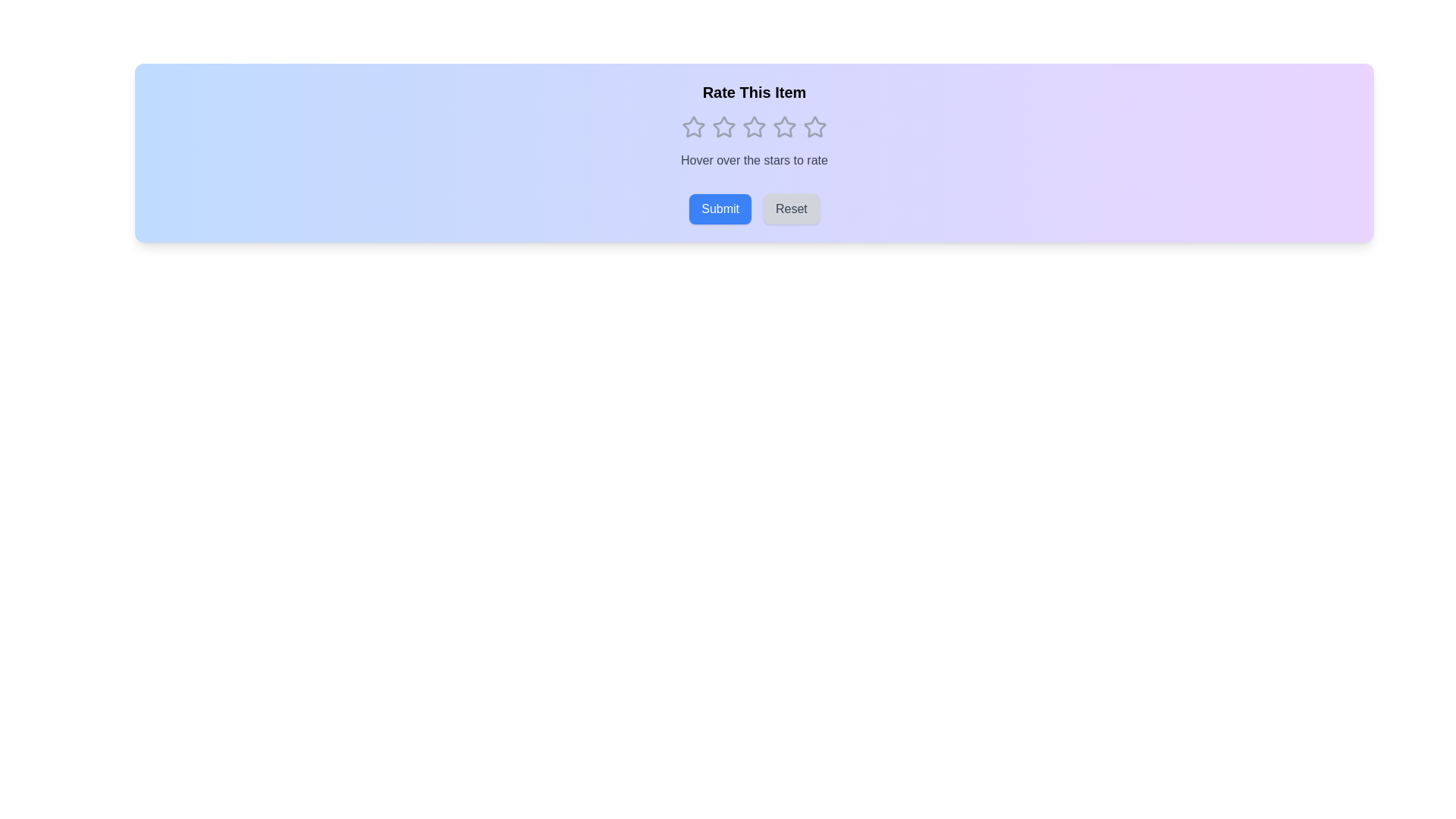 Image resolution: width=1456 pixels, height=819 pixels. What do you see at coordinates (723, 127) in the screenshot?
I see `the third star icon in the five-star rating system located beneath the header 'Rate This Item'` at bounding box center [723, 127].